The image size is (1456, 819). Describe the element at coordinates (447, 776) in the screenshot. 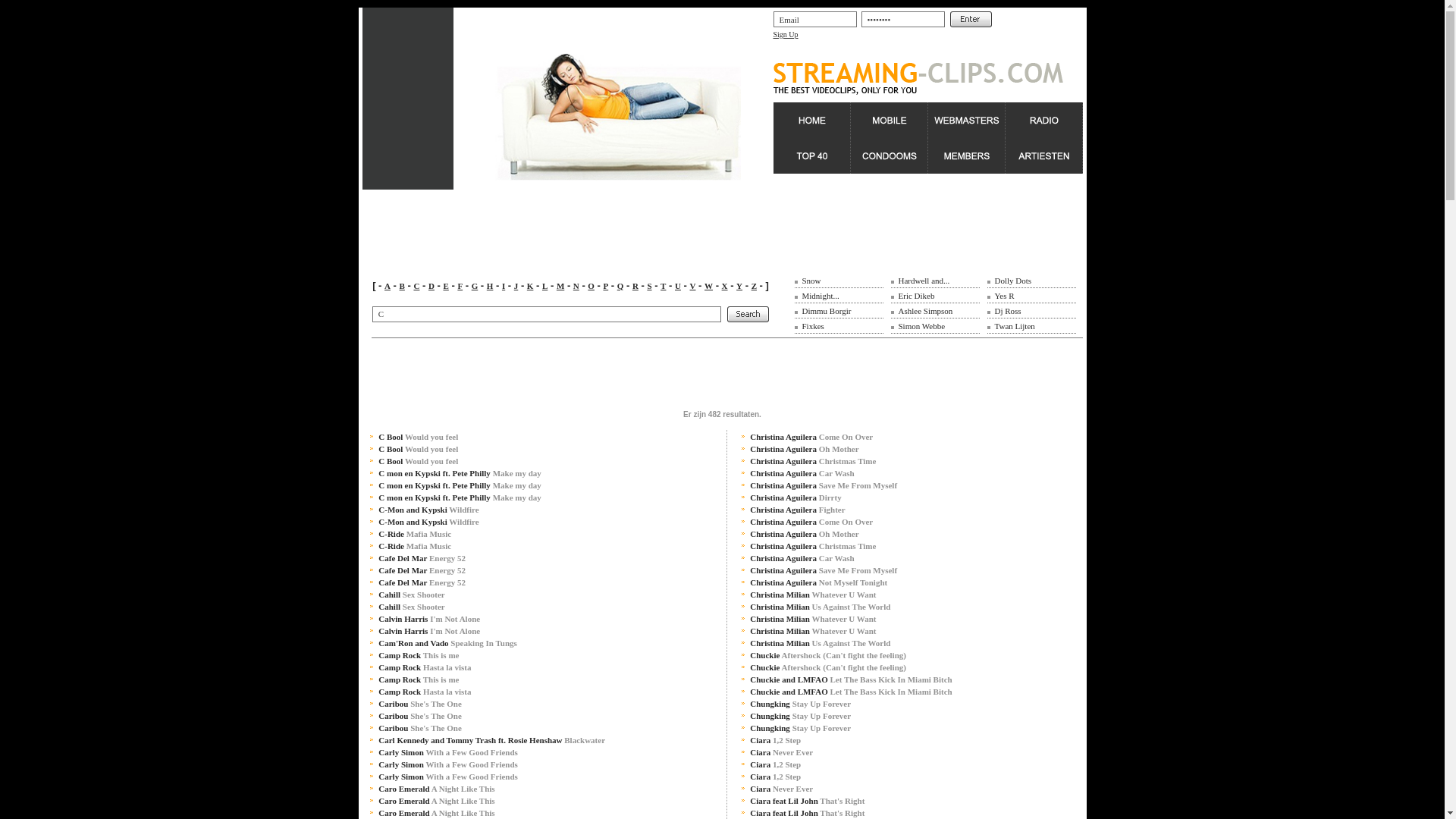

I see `'Carly Simon With a Few Good Friends'` at that location.